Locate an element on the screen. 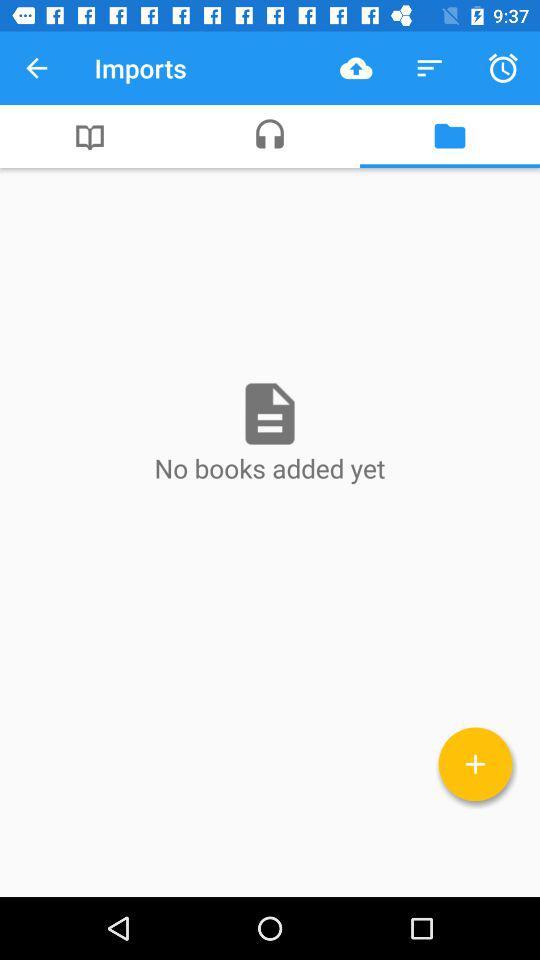  the add icon is located at coordinates (474, 763).